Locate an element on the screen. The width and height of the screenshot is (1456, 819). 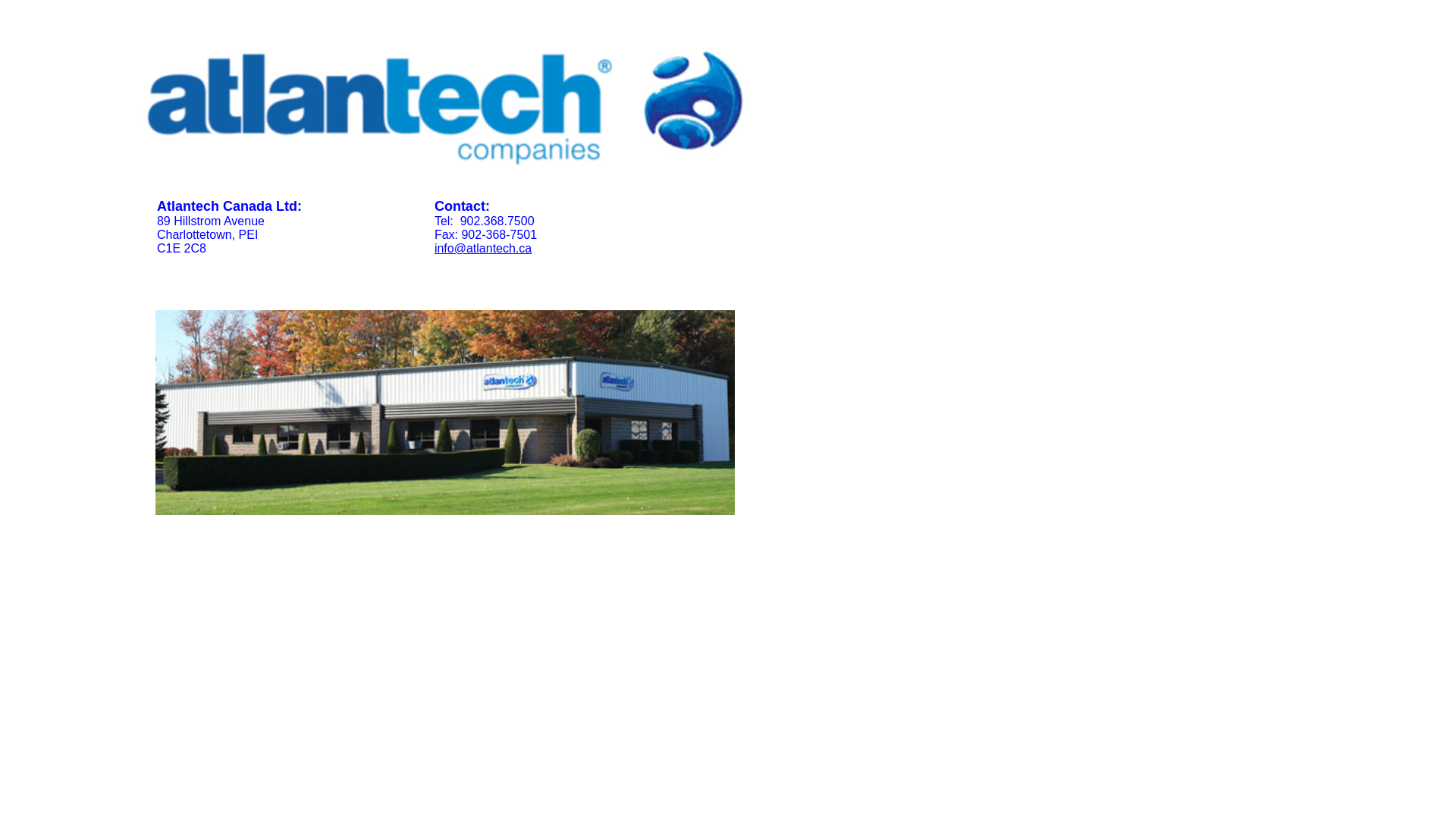
'info@atlantech.ca' is located at coordinates (482, 247).